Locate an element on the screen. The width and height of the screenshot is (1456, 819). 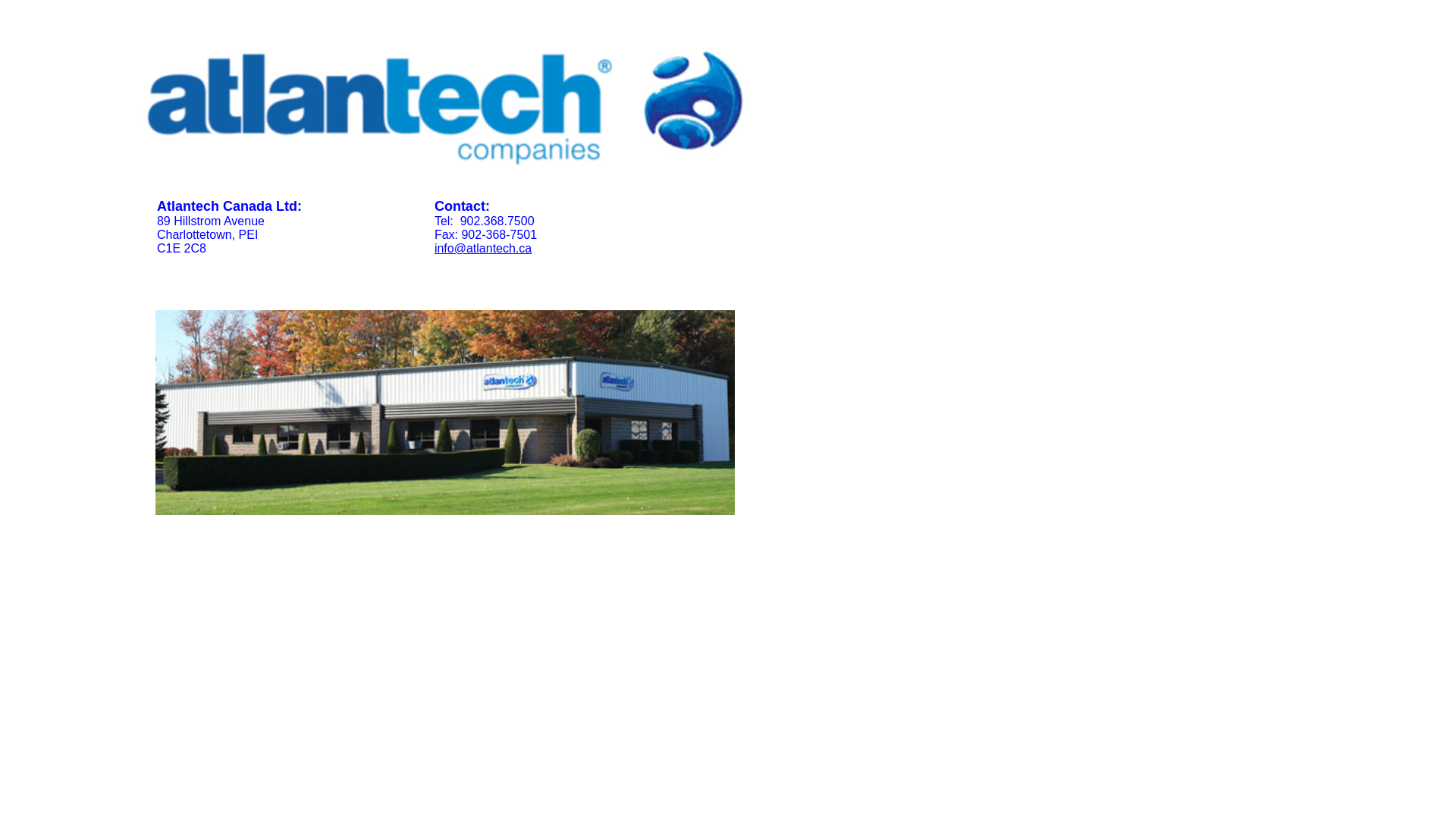
'info@atlantech.ca' is located at coordinates (482, 247).